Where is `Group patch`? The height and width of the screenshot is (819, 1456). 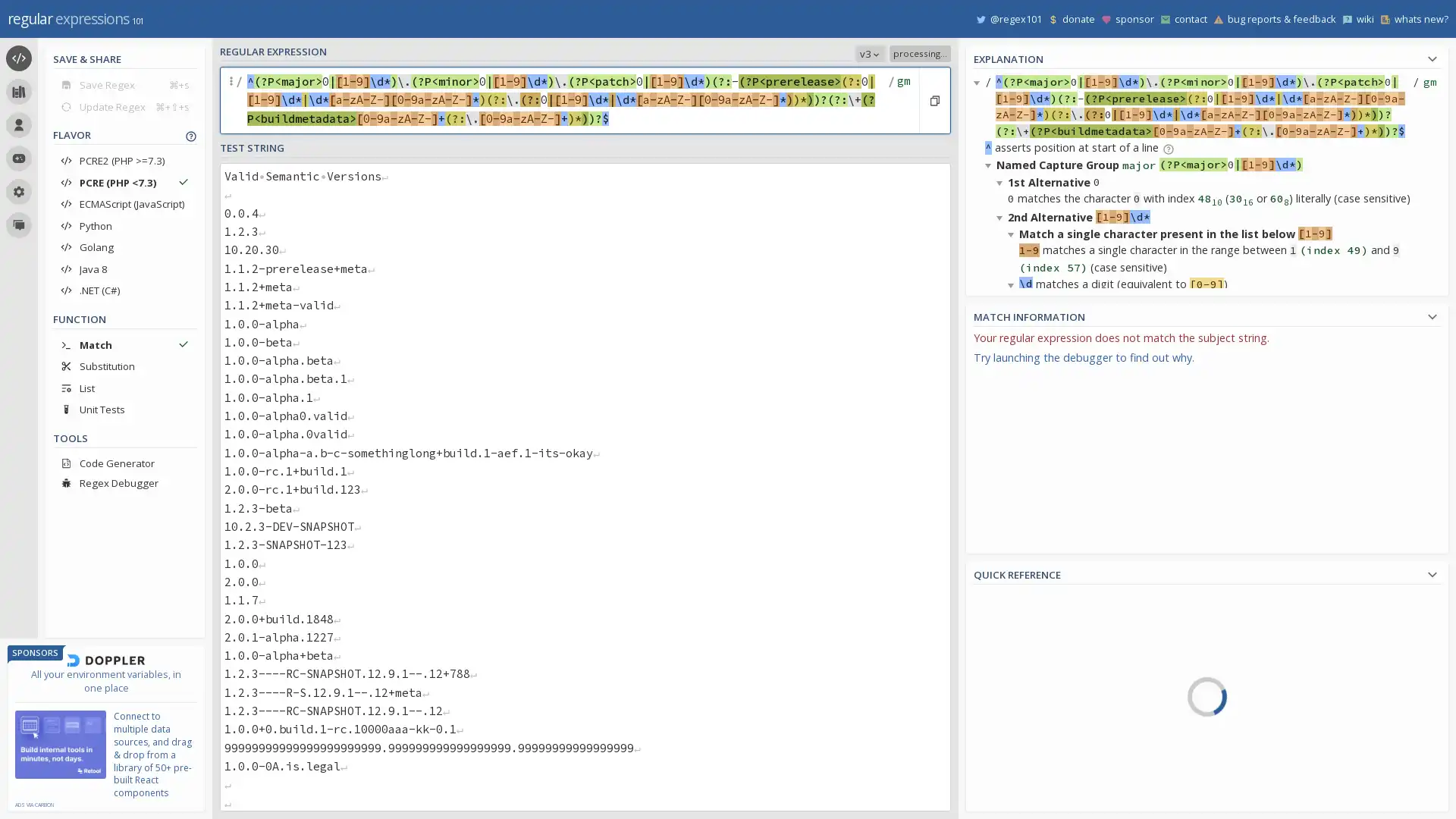 Group patch is located at coordinates (1040, 804).